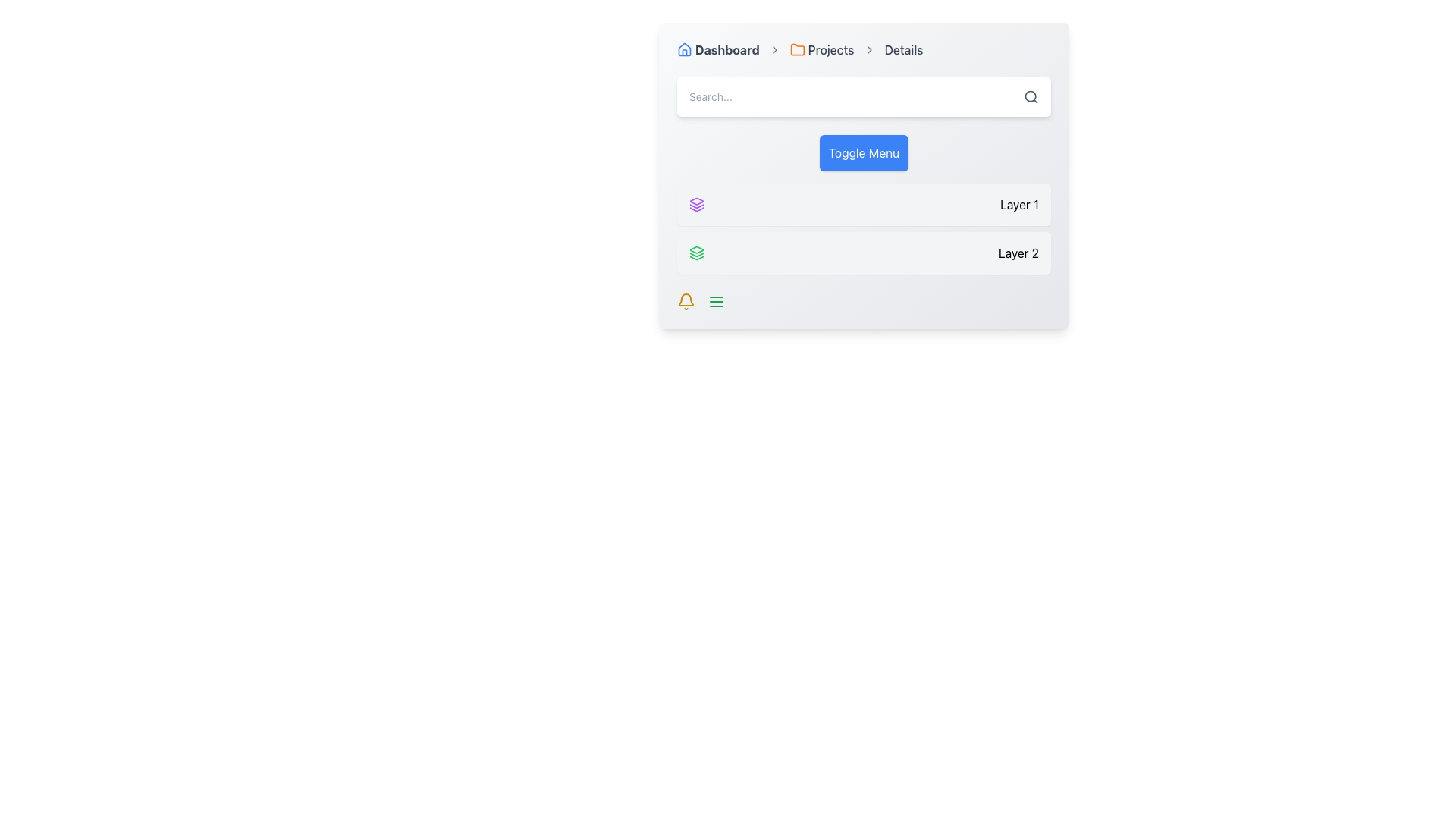  I want to click on the blue house icon with a triangular roof and a rectangular base located in the breadcrumb navigation bar, so click(683, 49).